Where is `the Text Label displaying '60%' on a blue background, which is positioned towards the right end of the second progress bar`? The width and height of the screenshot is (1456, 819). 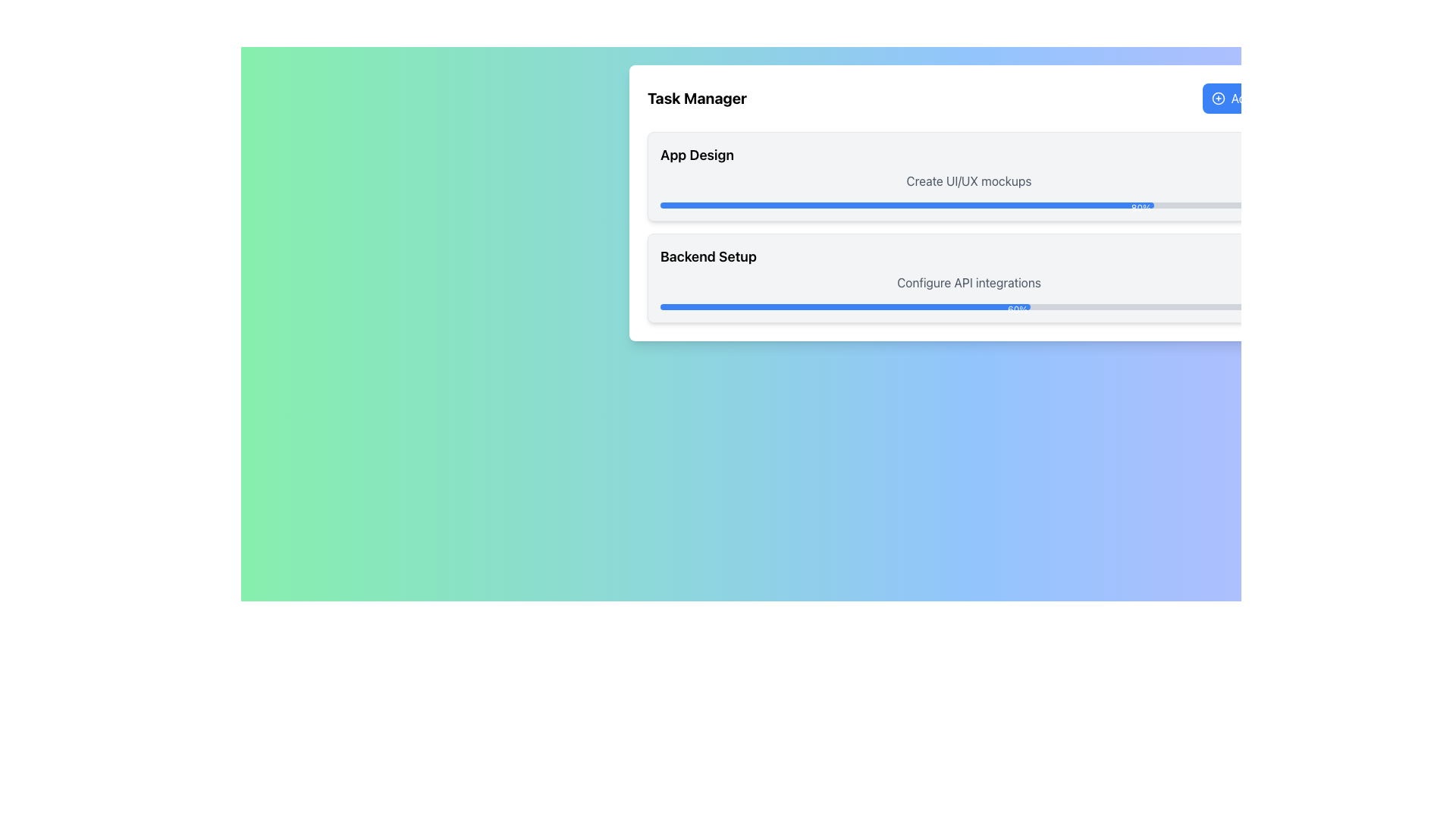 the Text Label displaying '60%' on a blue background, which is positioned towards the right end of the second progress bar is located at coordinates (1018, 307).